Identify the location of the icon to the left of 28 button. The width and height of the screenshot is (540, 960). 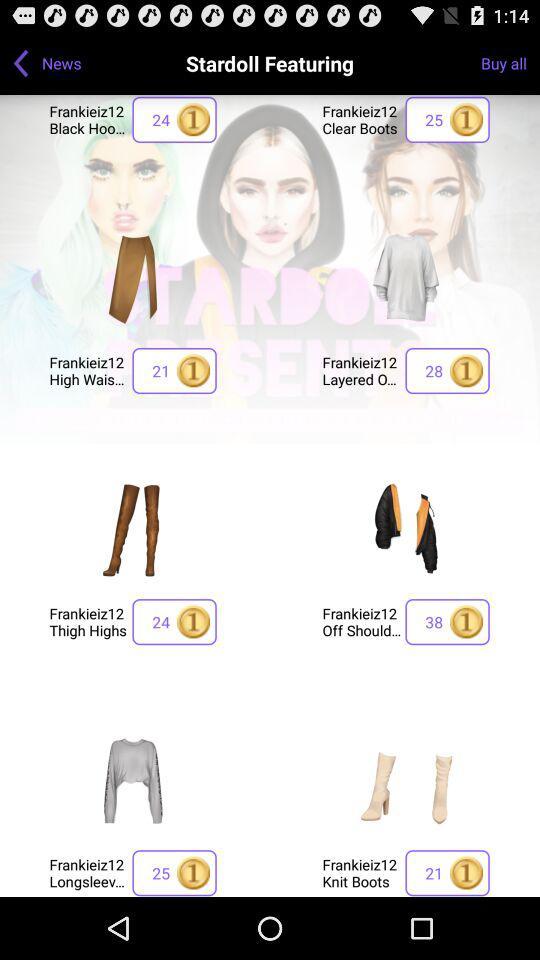
(360, 369).